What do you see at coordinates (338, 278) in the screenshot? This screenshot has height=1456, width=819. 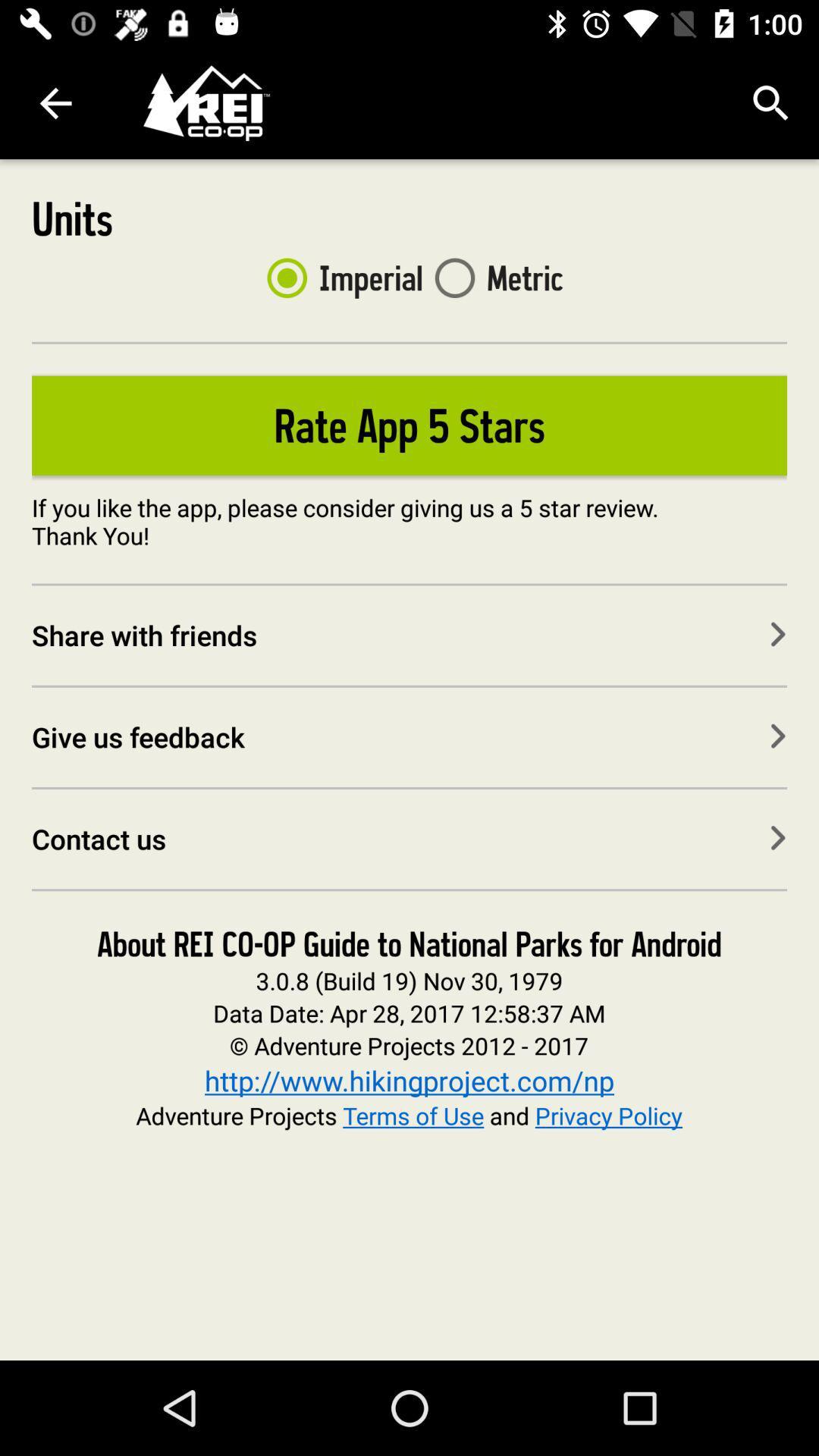 I see `icon next to metric icon` at bounding box center [338, 278].